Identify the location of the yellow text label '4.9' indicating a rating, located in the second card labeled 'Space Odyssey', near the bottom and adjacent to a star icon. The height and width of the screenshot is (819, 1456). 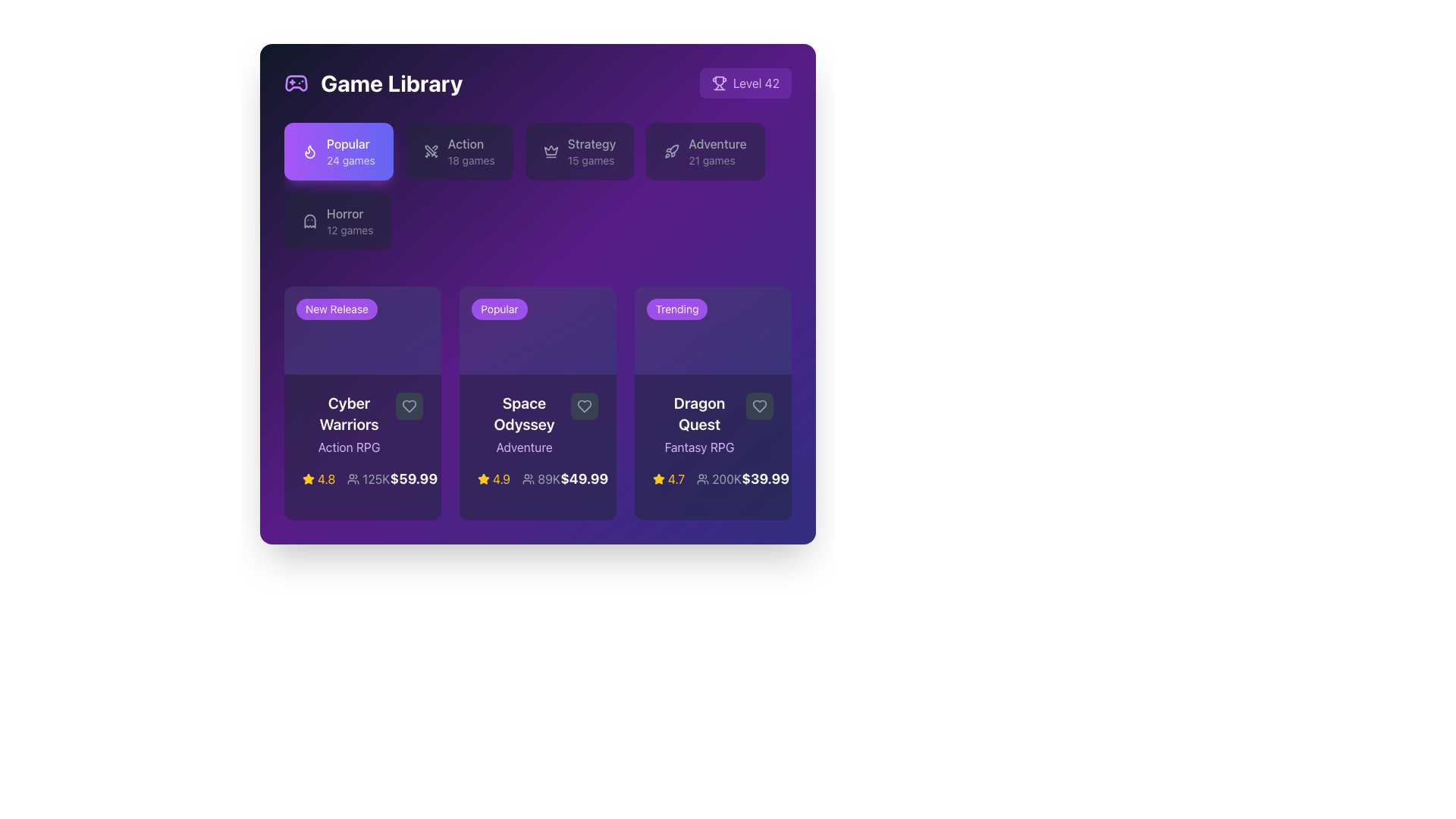
(501, 479).